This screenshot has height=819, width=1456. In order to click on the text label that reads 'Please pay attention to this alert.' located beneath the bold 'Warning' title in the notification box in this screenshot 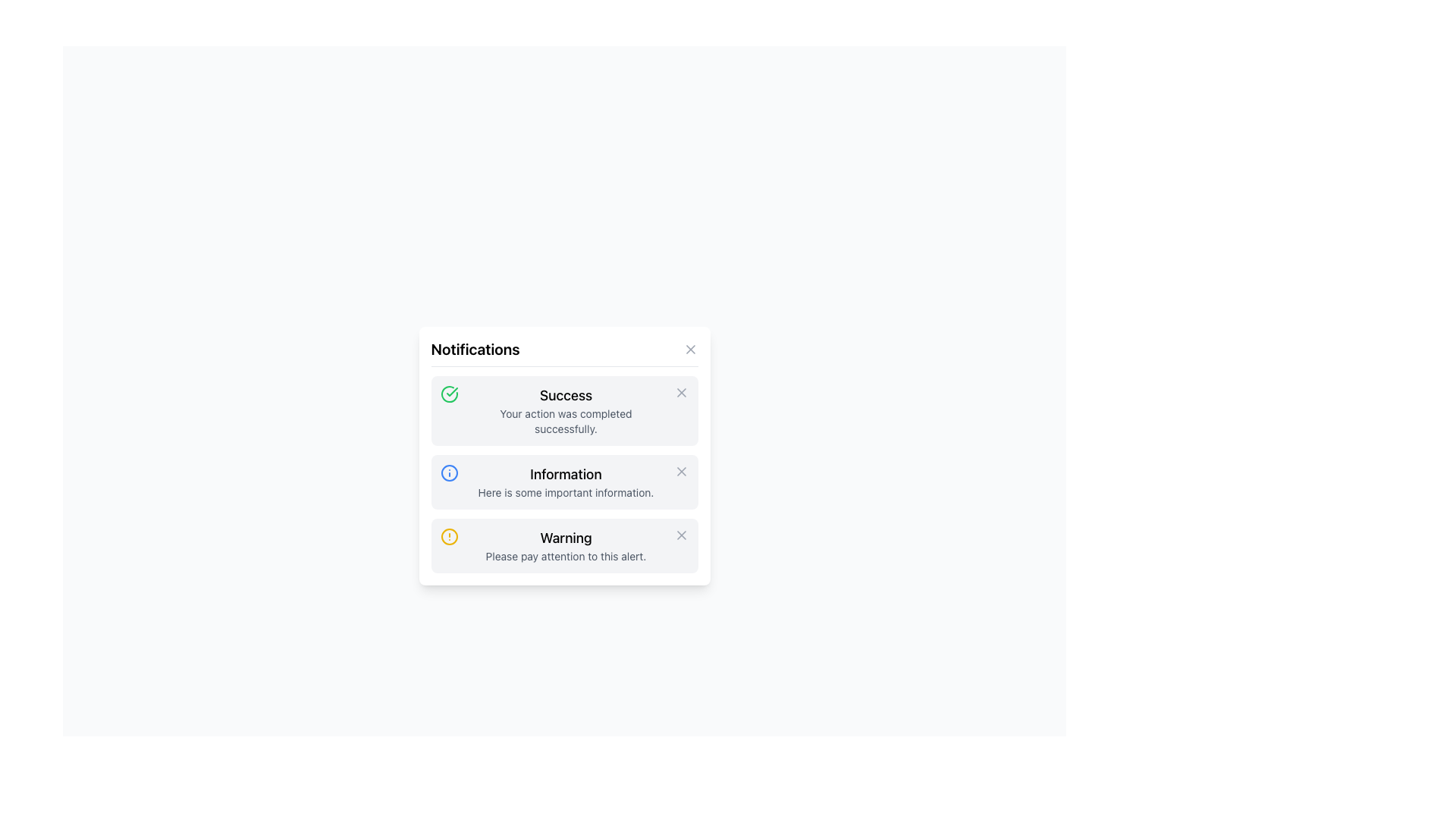, I will do `click(565, 556)`.